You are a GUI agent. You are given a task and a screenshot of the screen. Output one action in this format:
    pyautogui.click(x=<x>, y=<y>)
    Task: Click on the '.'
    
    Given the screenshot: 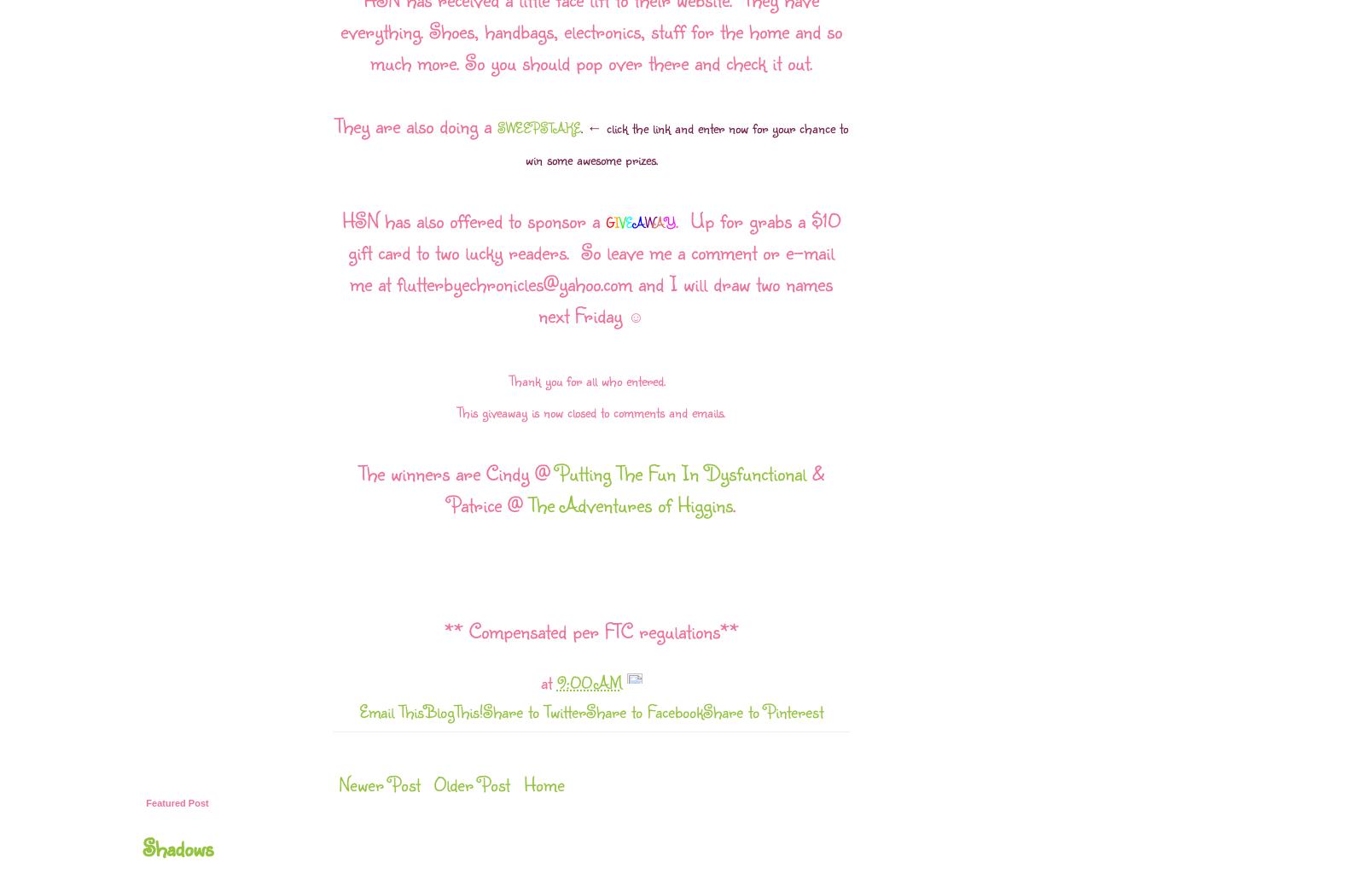 What is the action you would take?
    pyautogui.click(x=732, y=503)
    